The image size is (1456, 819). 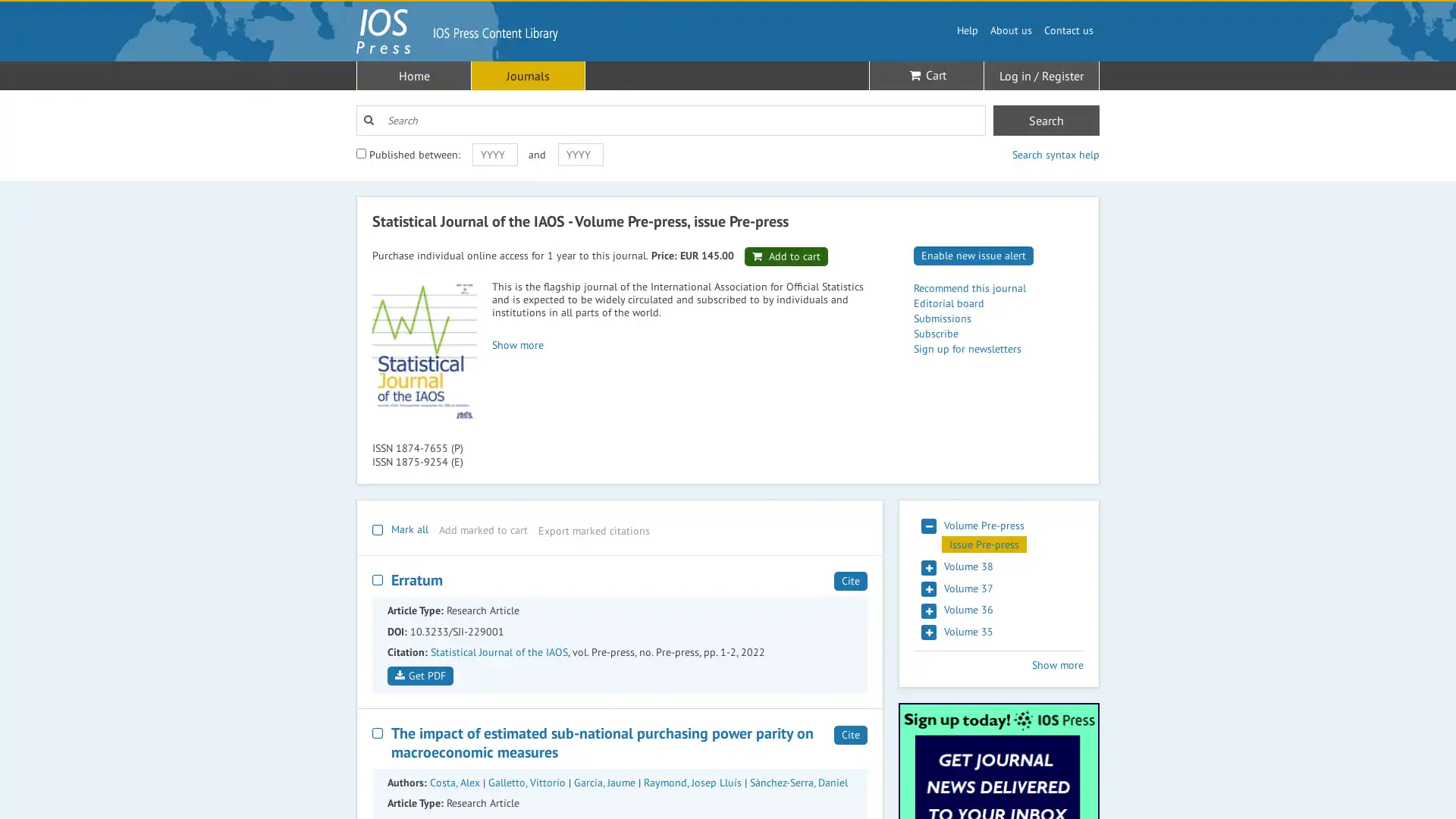 I want to click on Search, so click(x=1046, y=119).